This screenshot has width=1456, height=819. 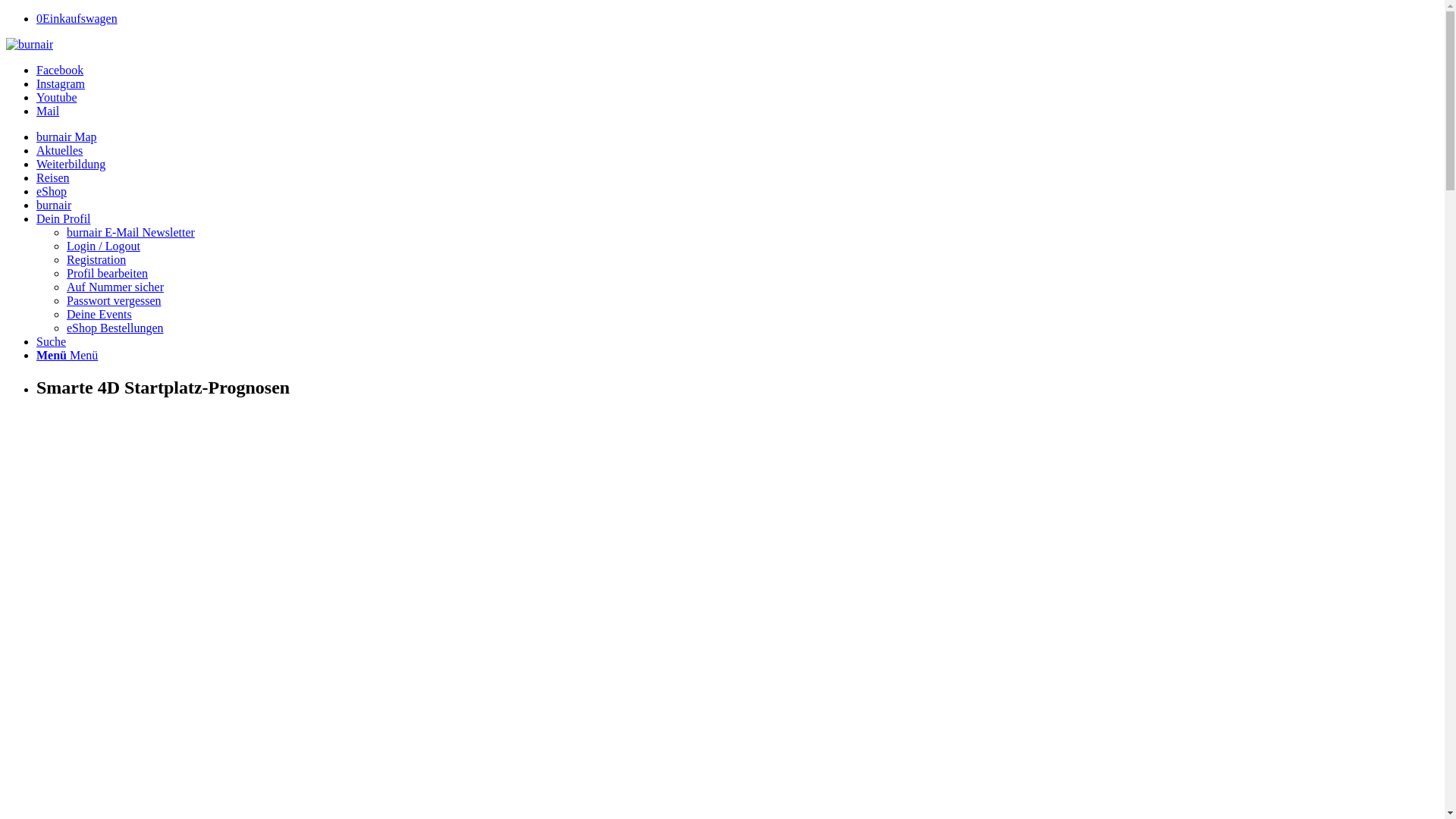 What do you see at coordinates (57, 97) in the screenshot?
I see `'Youtube'` at bounding box center [57, 97].